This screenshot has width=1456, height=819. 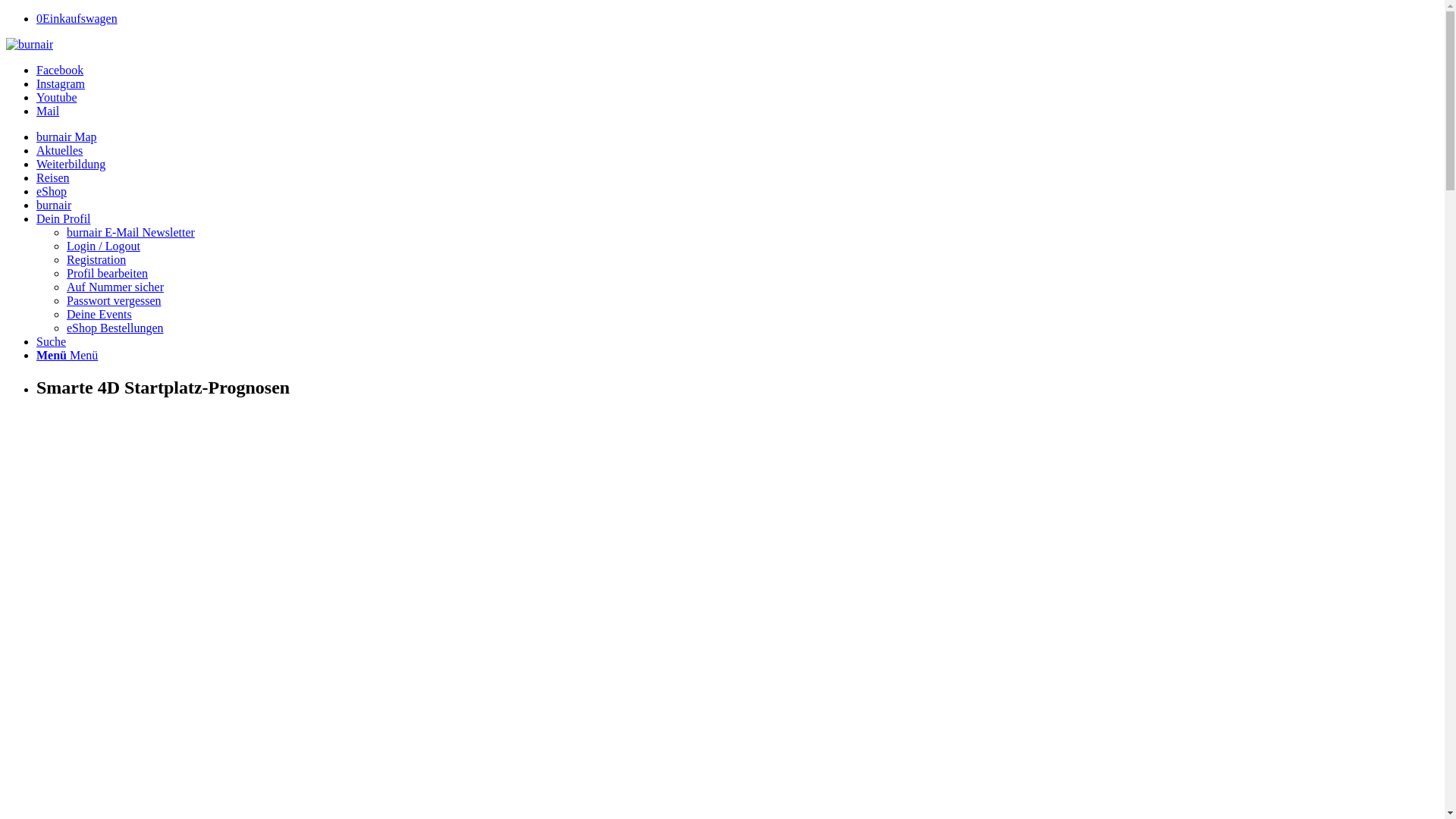 What do you see at coordinates (57, 97) in the screenshot?
I see `'Youtube'` at bounding box center [57, 97].